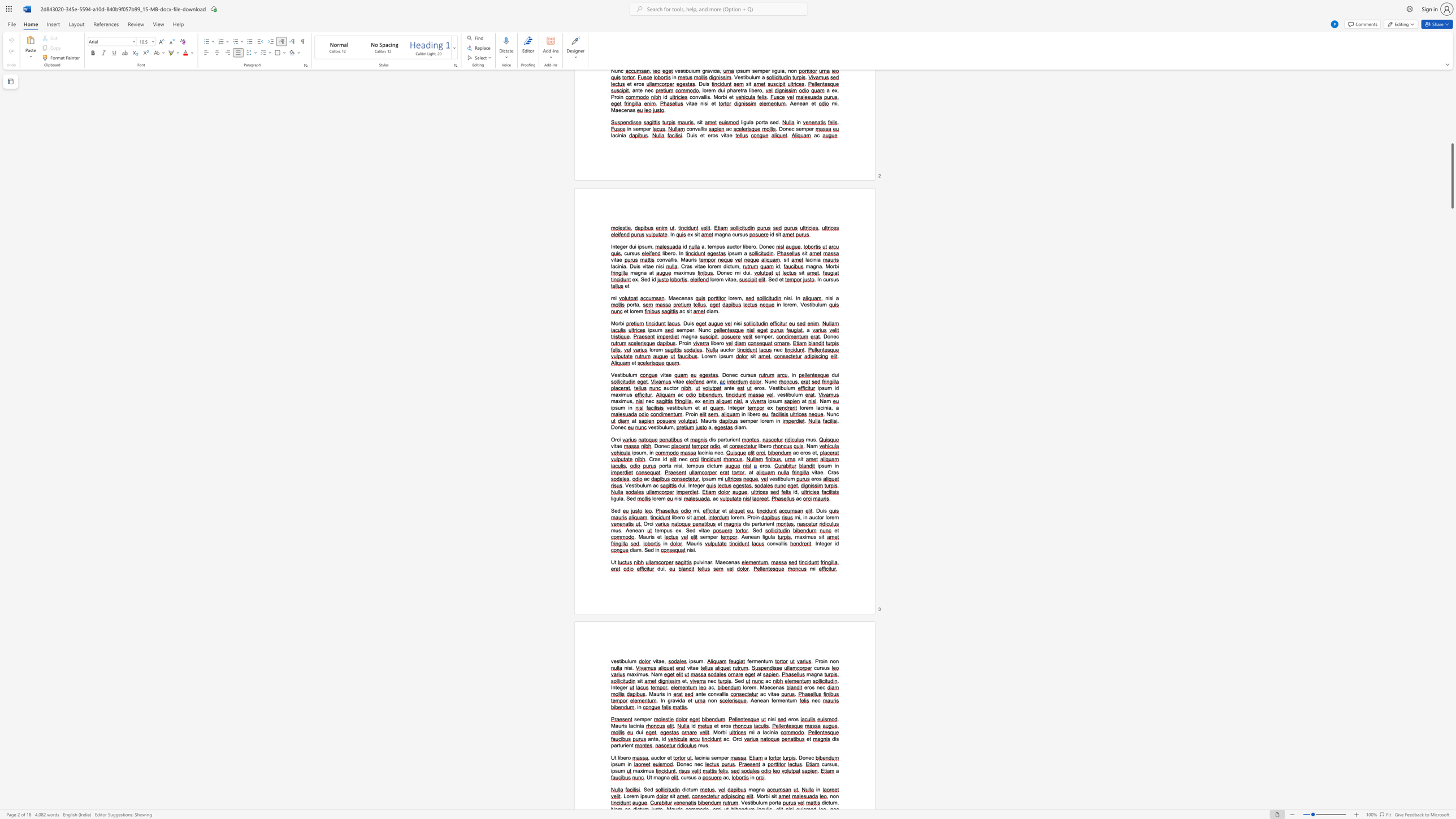  What do you see at coordinates (748, 536) in the screenshot?
I see `the space between the continuous character "e" and "n" in the text` at bounding box center [748, 536].